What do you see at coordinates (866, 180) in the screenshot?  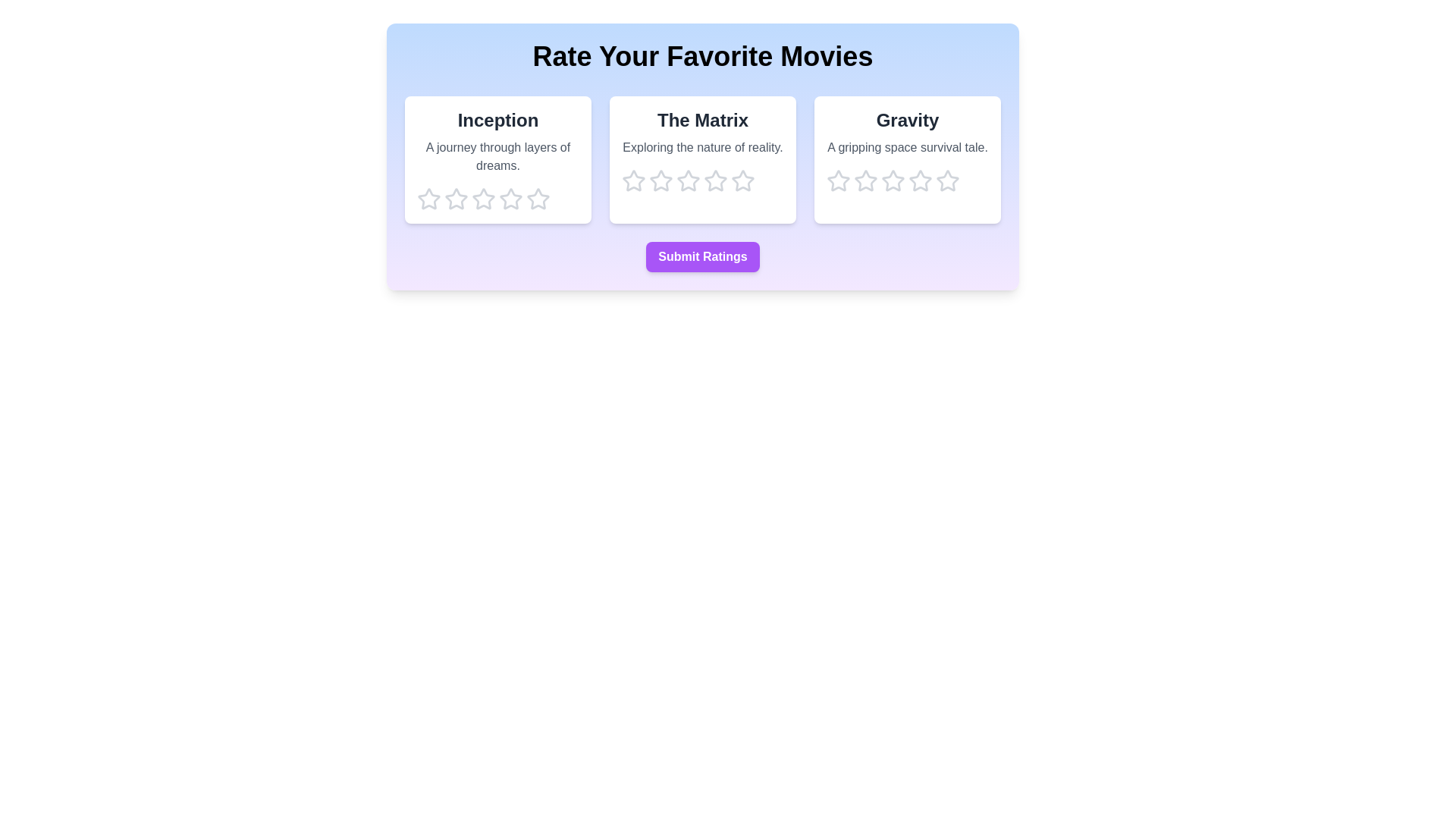 I see `the star corresponding to 2 for the movie Gravity` at bounding box center [866, 180].